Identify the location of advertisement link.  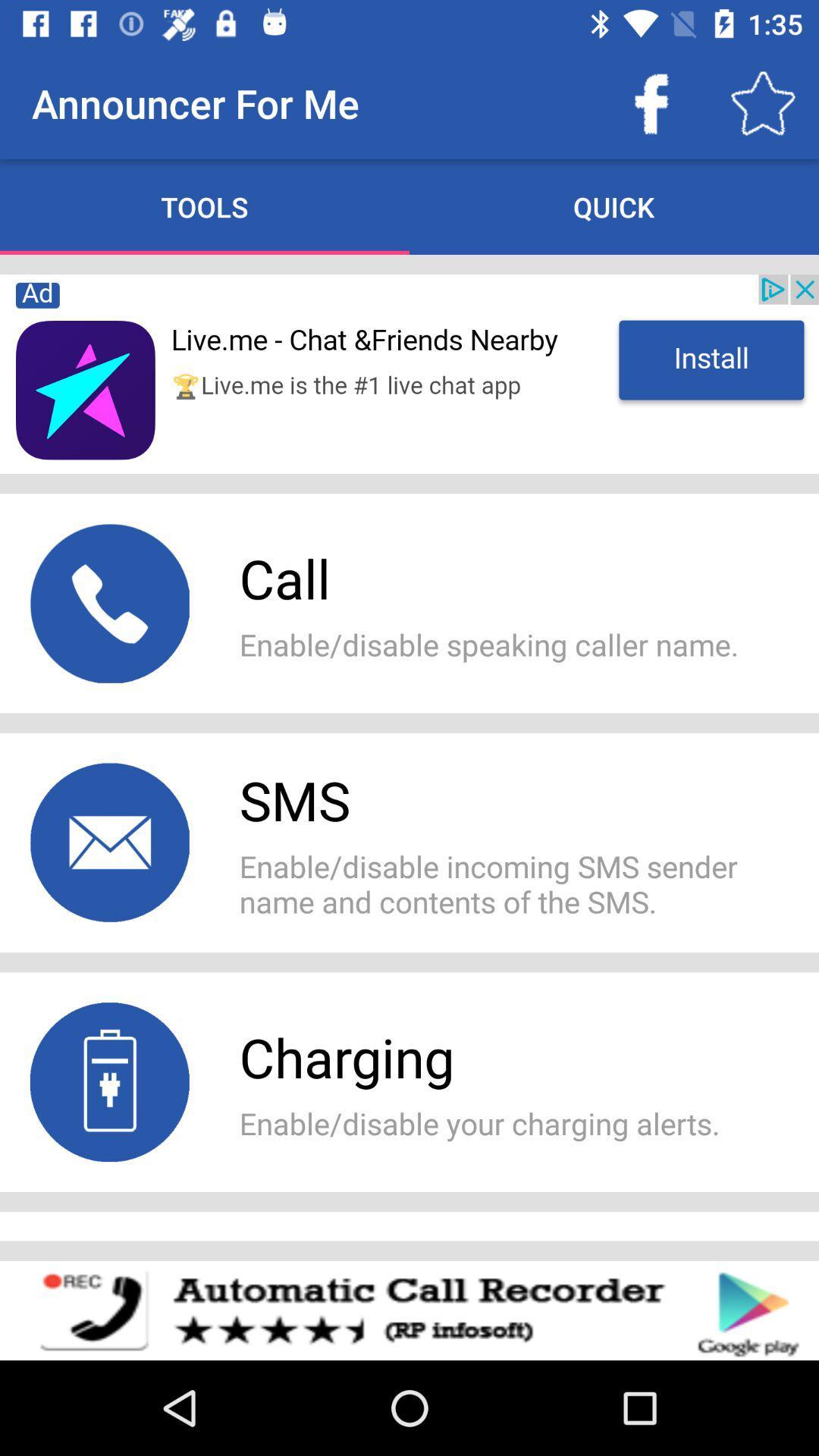
(409, 374).